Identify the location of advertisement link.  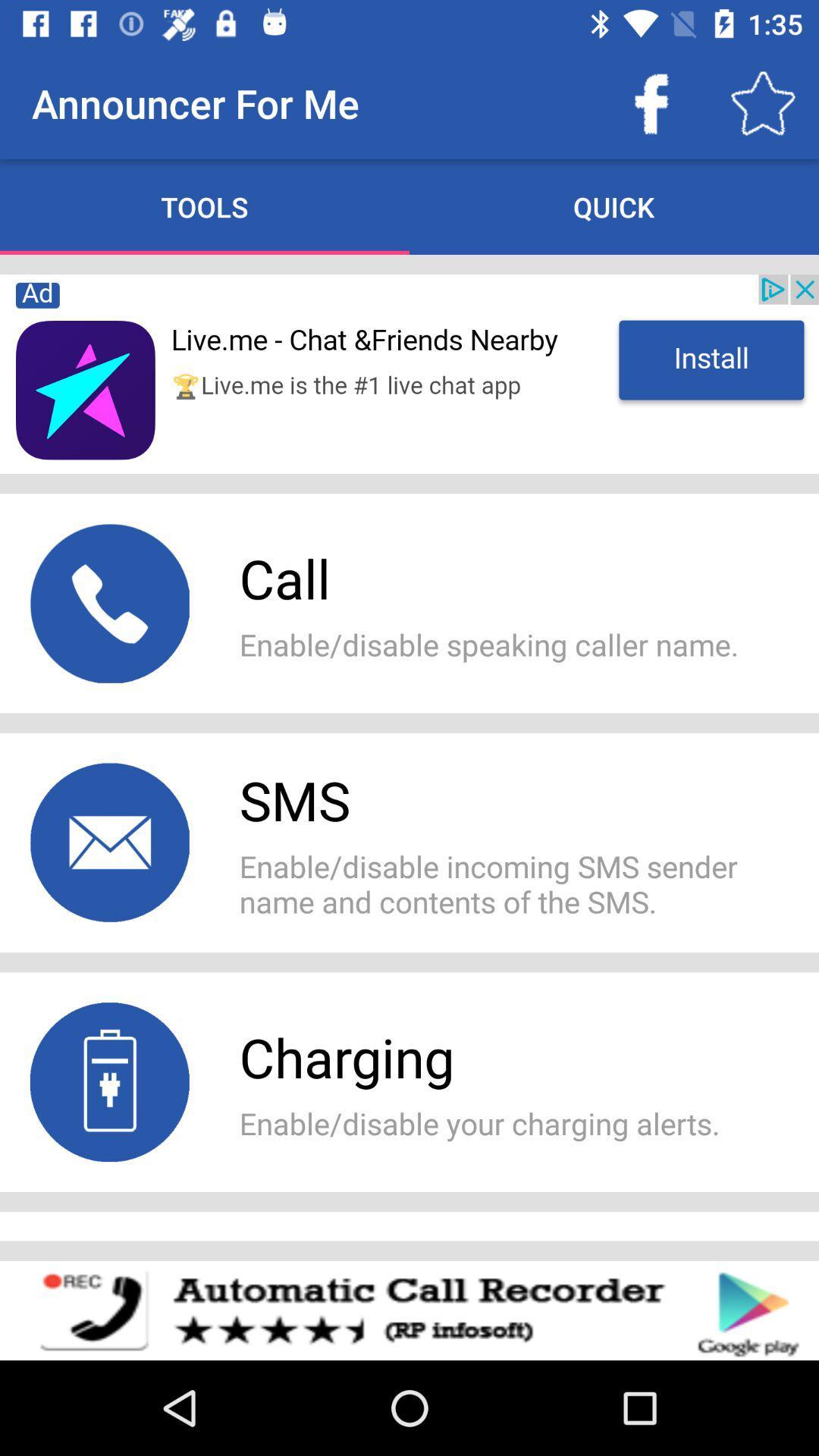
(409, 374).